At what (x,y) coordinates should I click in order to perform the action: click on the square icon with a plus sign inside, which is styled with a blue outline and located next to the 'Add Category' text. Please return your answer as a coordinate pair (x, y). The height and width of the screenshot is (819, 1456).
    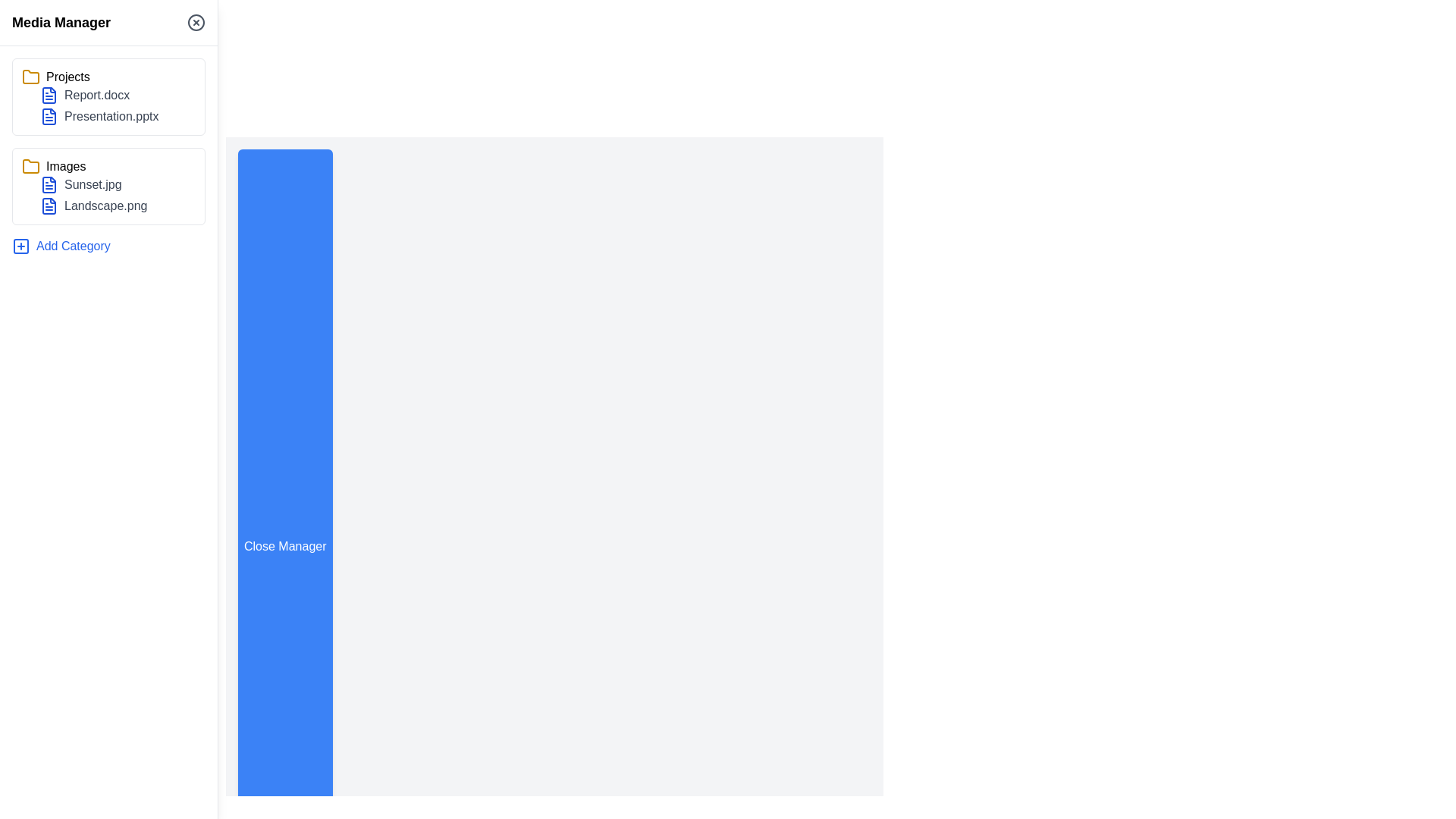
    Looking at the image, I should click on (21, 245).